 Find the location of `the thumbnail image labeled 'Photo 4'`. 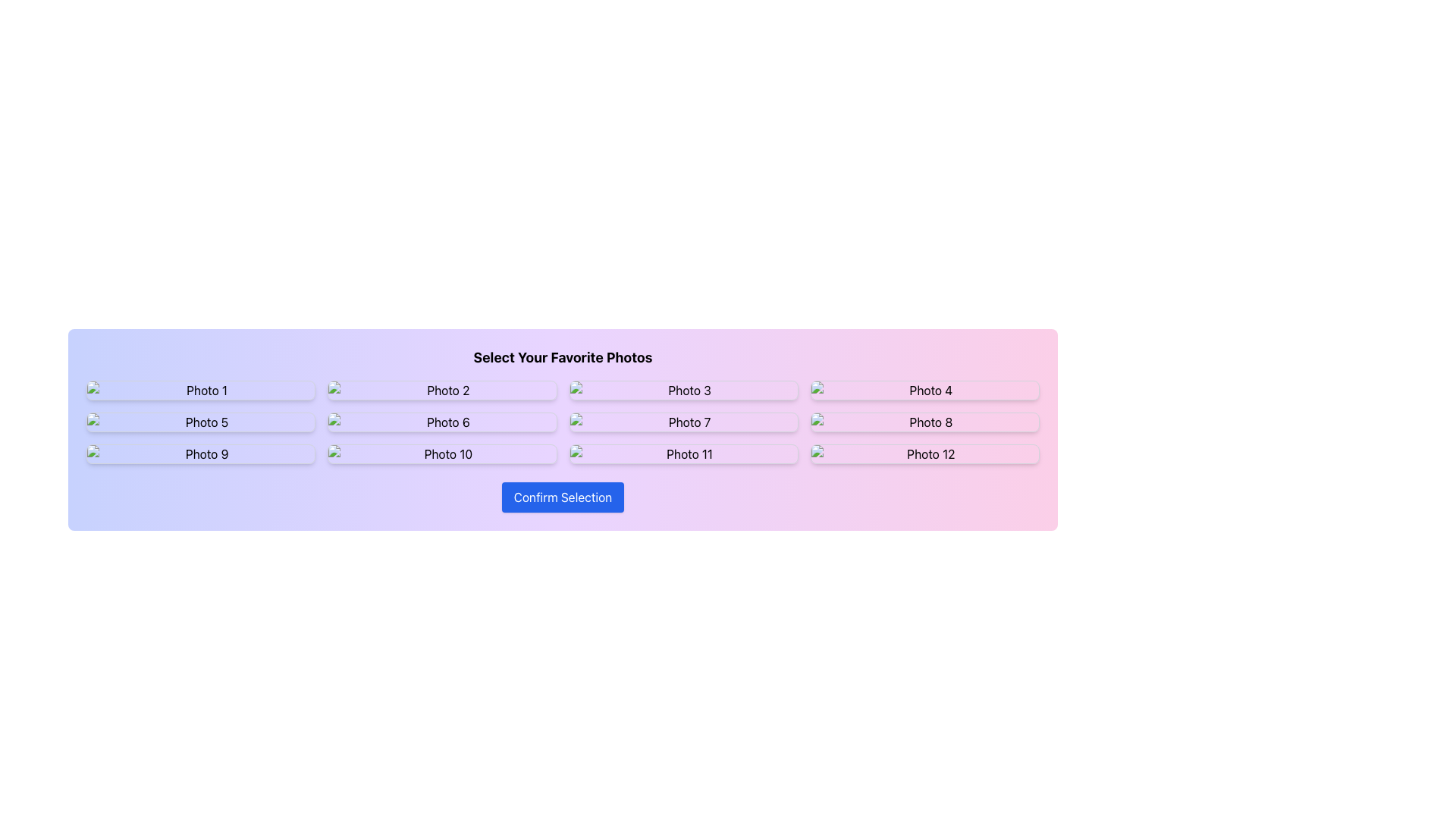

the thumbnail image labeled 'Photo 4' is located at coordinates (924, 390).